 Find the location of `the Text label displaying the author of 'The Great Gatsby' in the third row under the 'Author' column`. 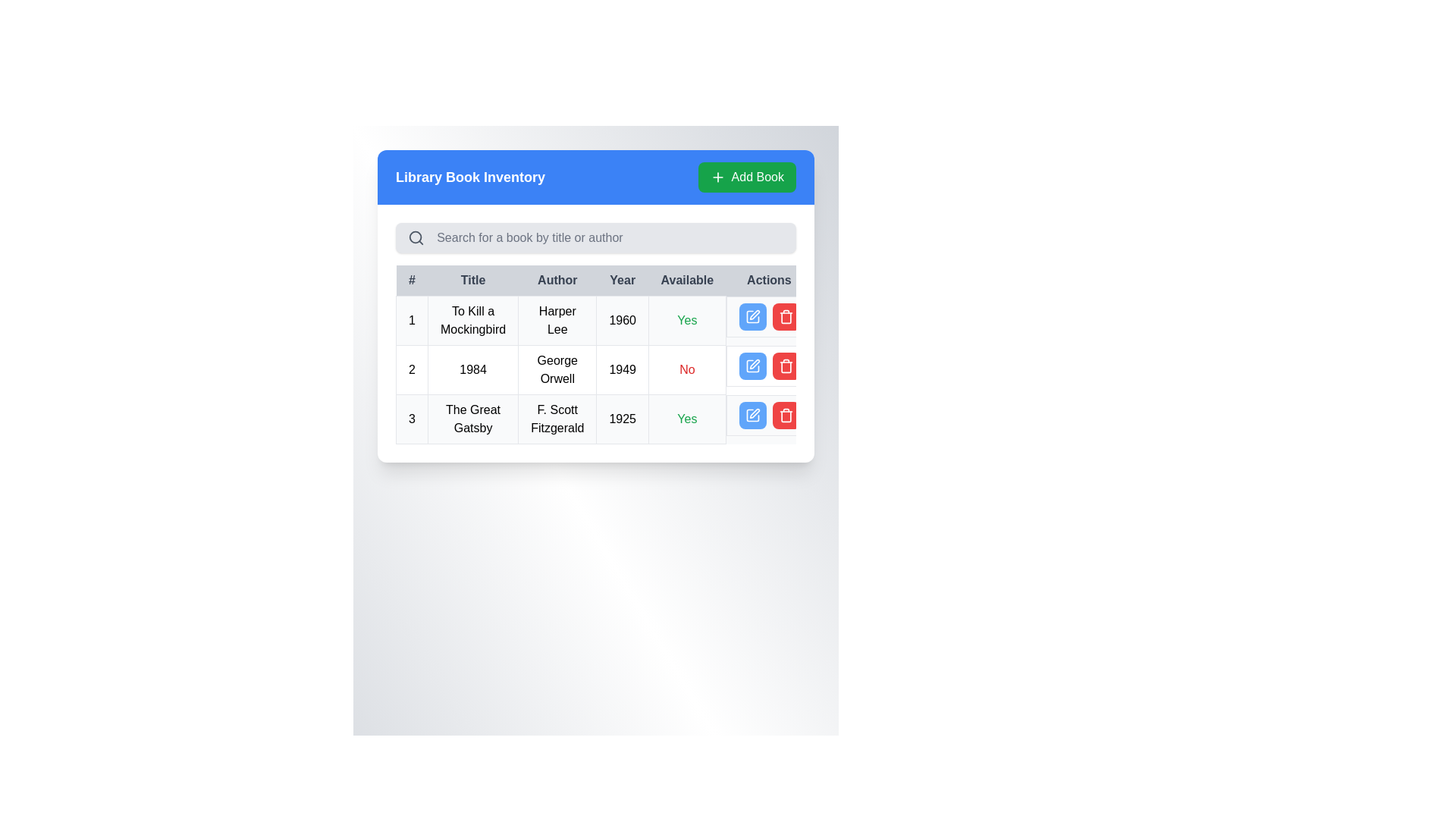

the Text label displaying the author of 'The Great Gatsby' in the third row under the 'Author' column is located at coordinates (557, 419).